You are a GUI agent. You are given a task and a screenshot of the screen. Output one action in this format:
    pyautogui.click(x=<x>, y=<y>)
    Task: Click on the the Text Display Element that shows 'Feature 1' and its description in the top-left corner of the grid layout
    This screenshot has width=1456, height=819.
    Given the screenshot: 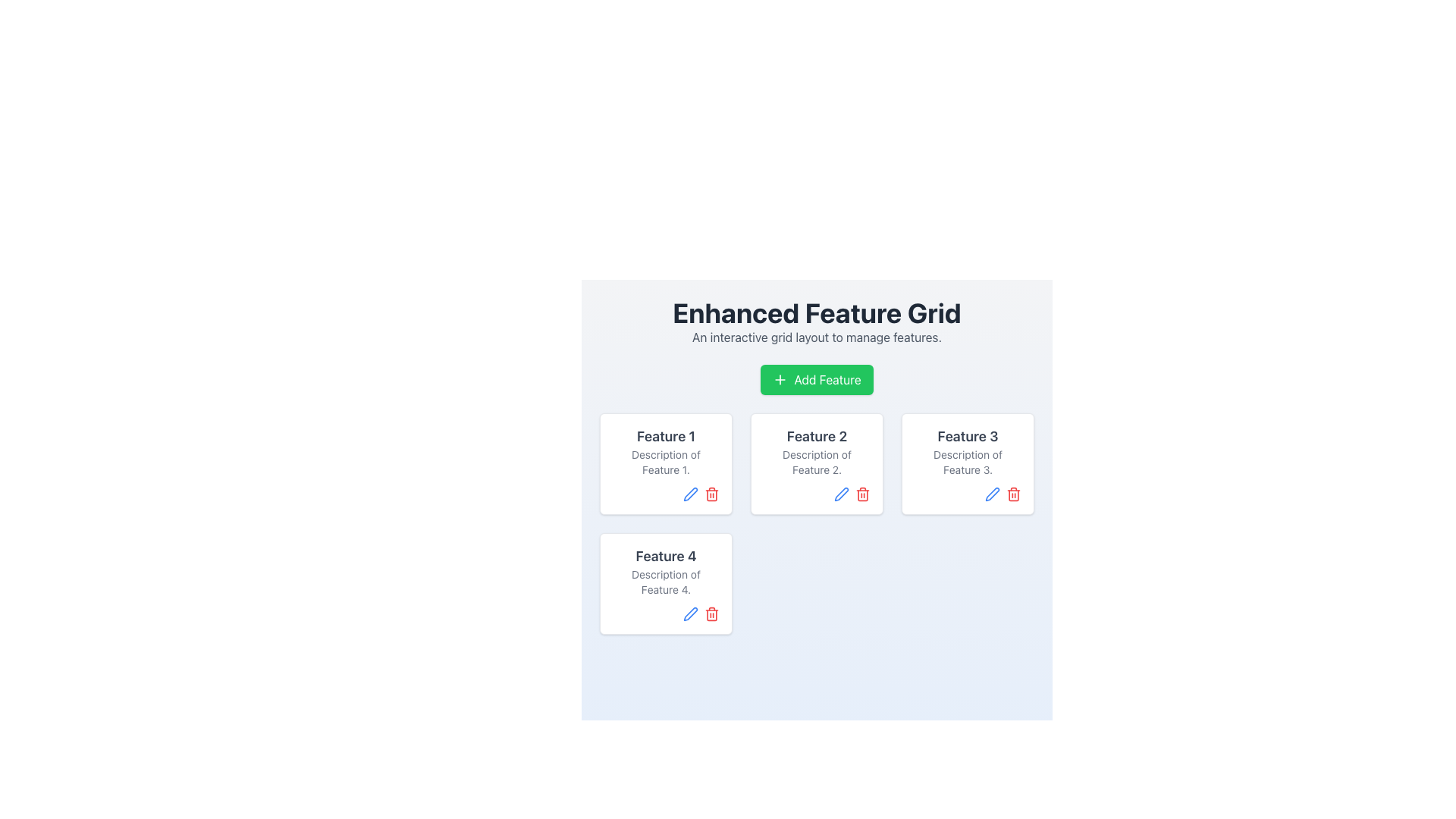 What is the action you would take?
    pyautogui.click(x=666, y=451)
    